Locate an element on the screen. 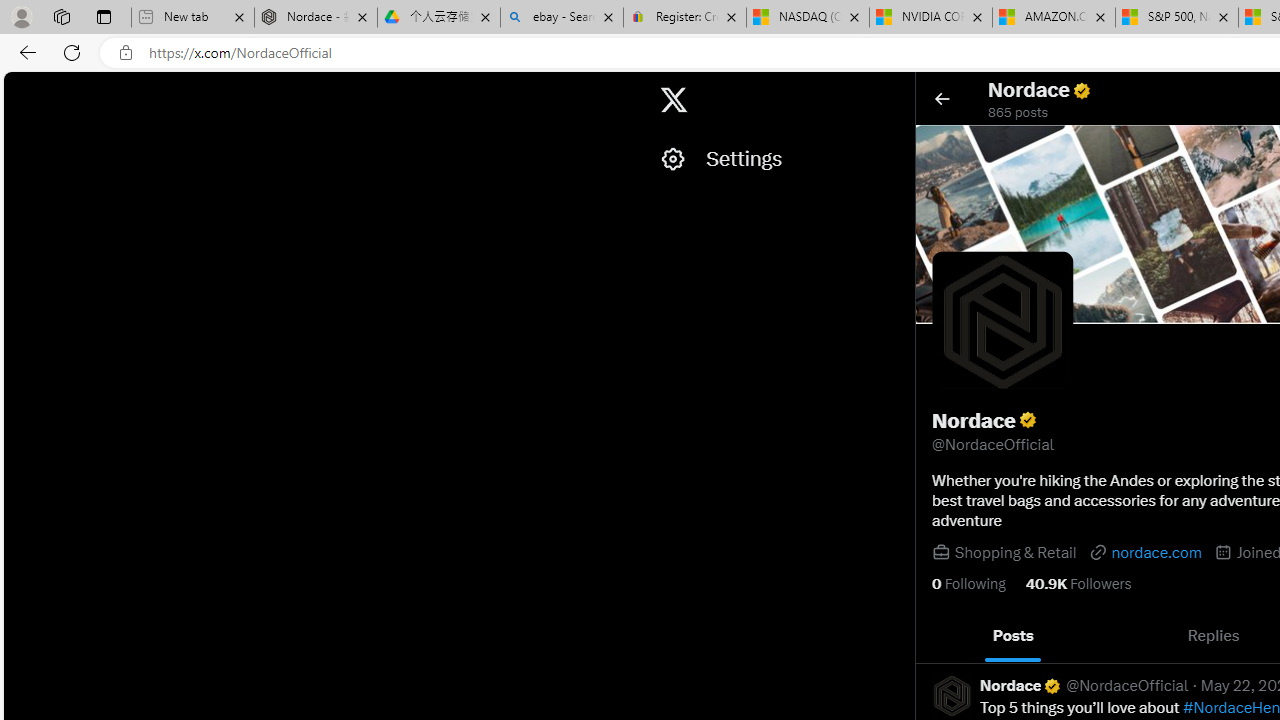  'Verified account' is located at coordinates (1051, 685).